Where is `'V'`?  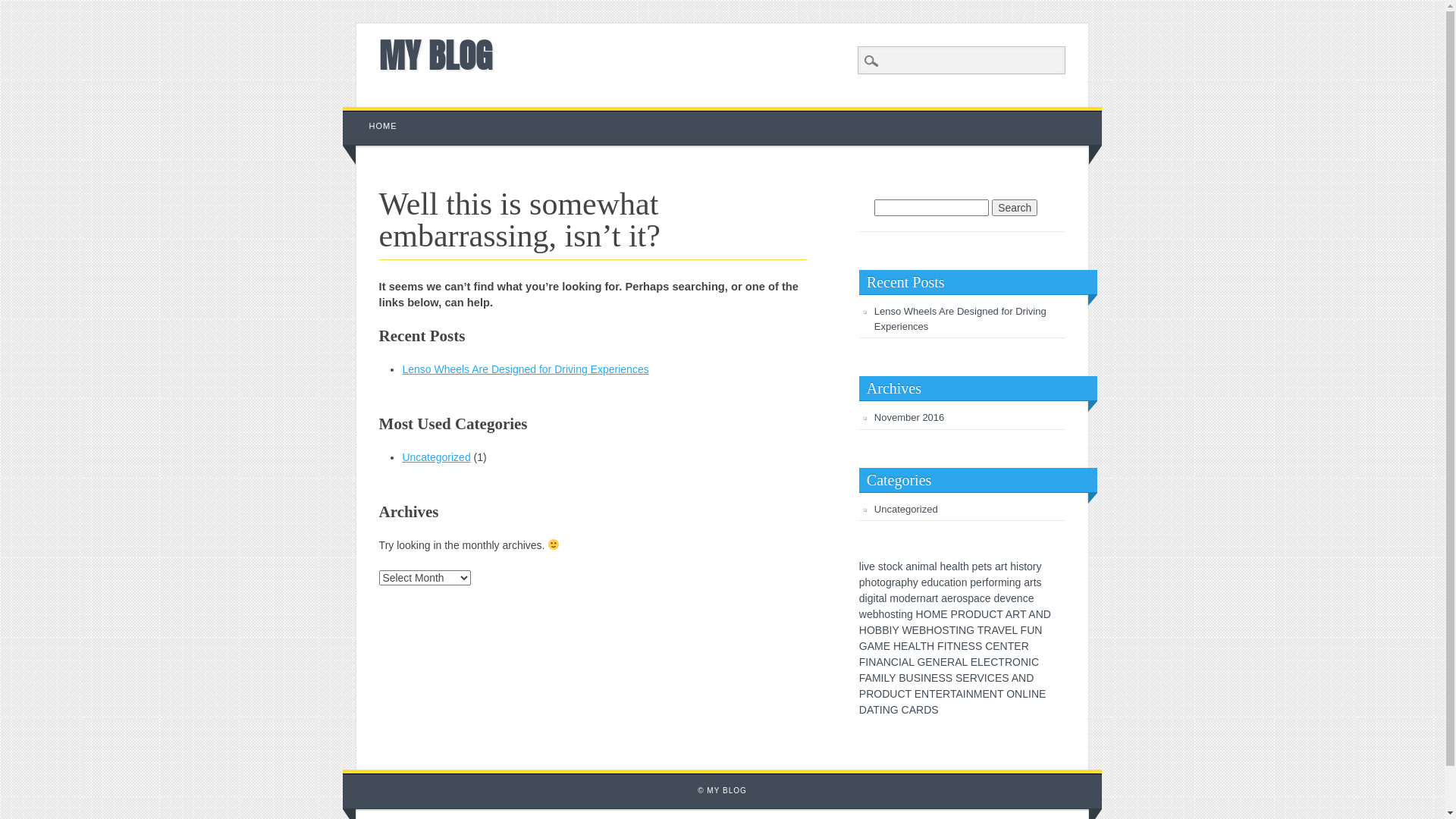 'V' is located at coordinates (981, 677).